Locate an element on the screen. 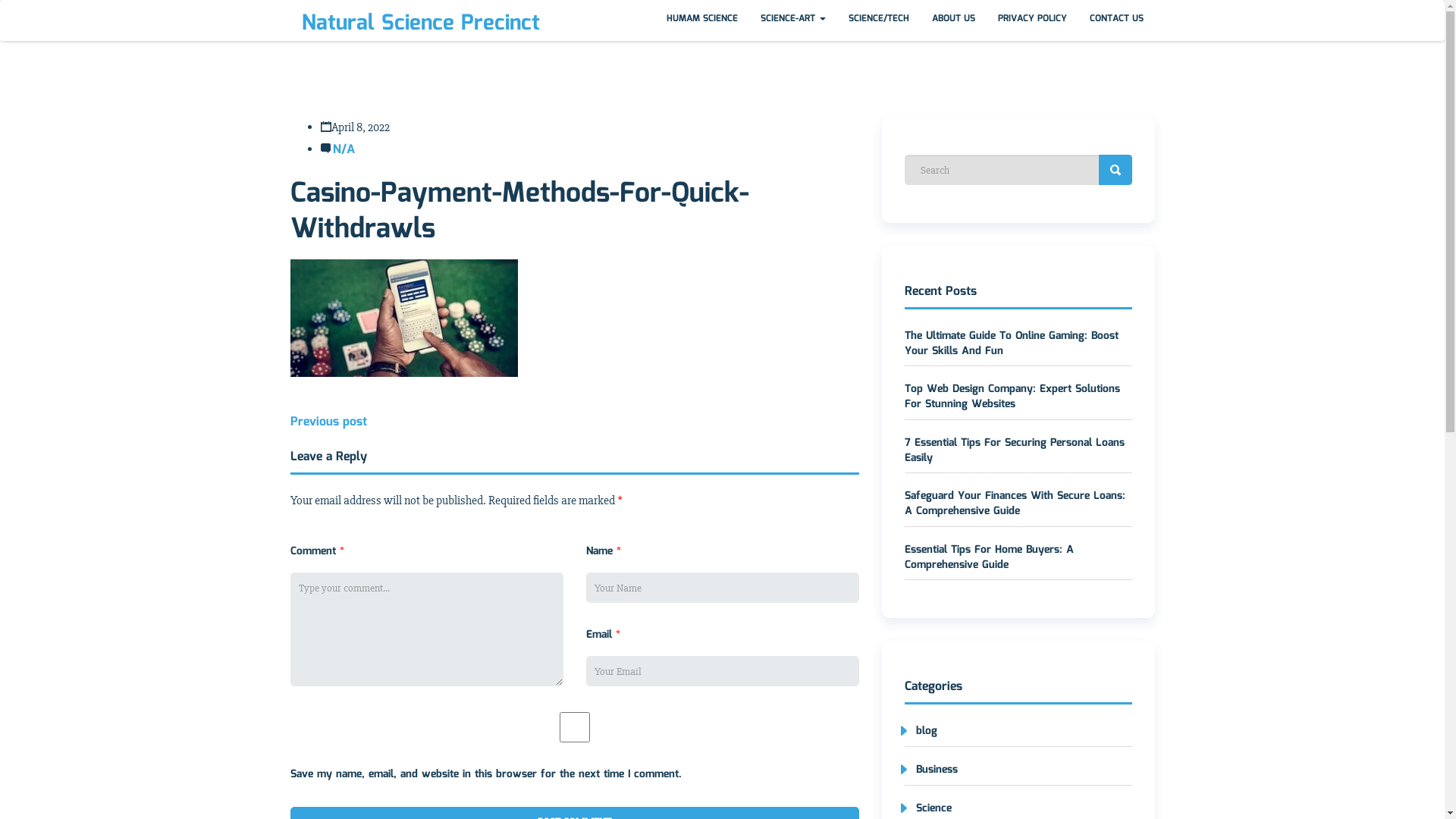 The image size is (1456, 819). 'Business' is located at coordinates (930, 769).